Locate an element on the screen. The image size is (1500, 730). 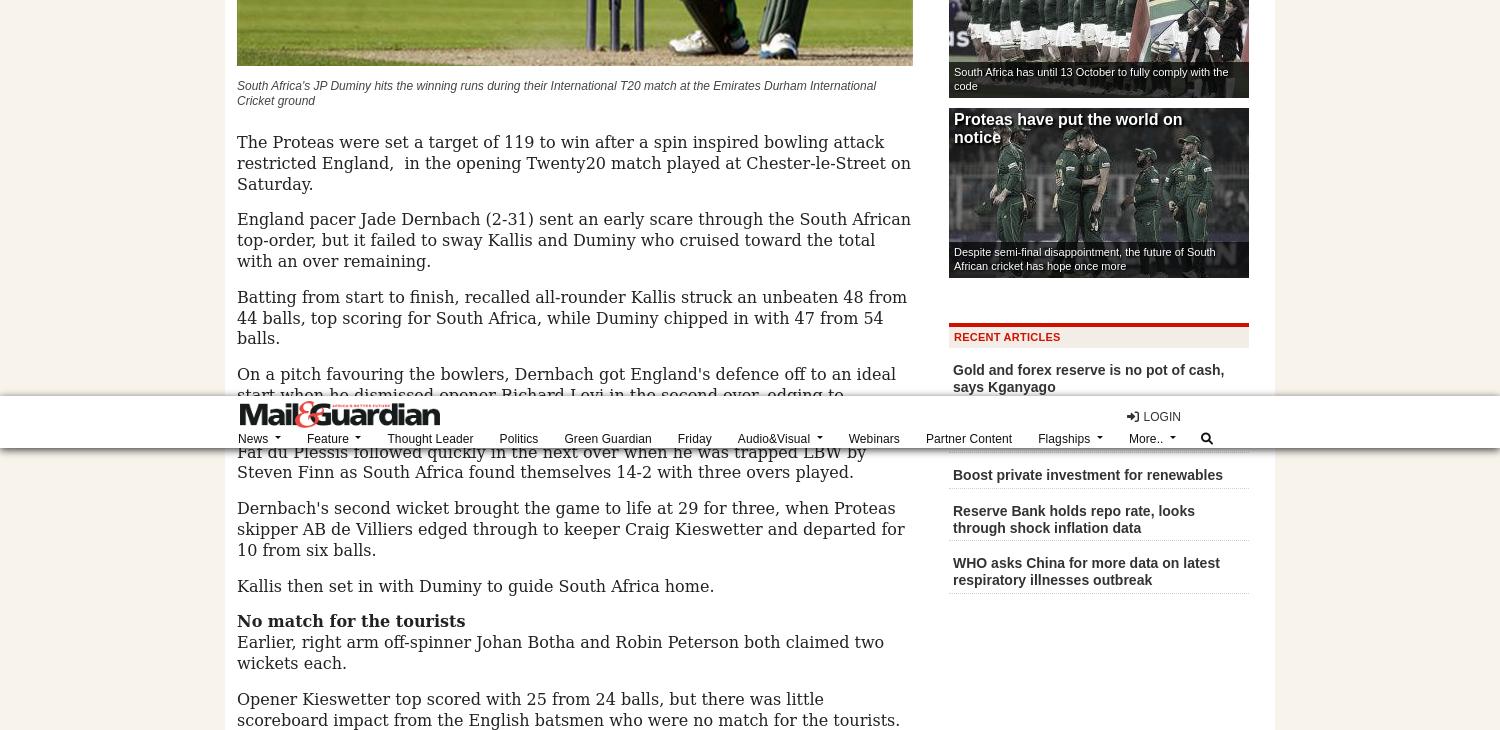
'Terms of Service and Security' is located at coordinates (867, 199).